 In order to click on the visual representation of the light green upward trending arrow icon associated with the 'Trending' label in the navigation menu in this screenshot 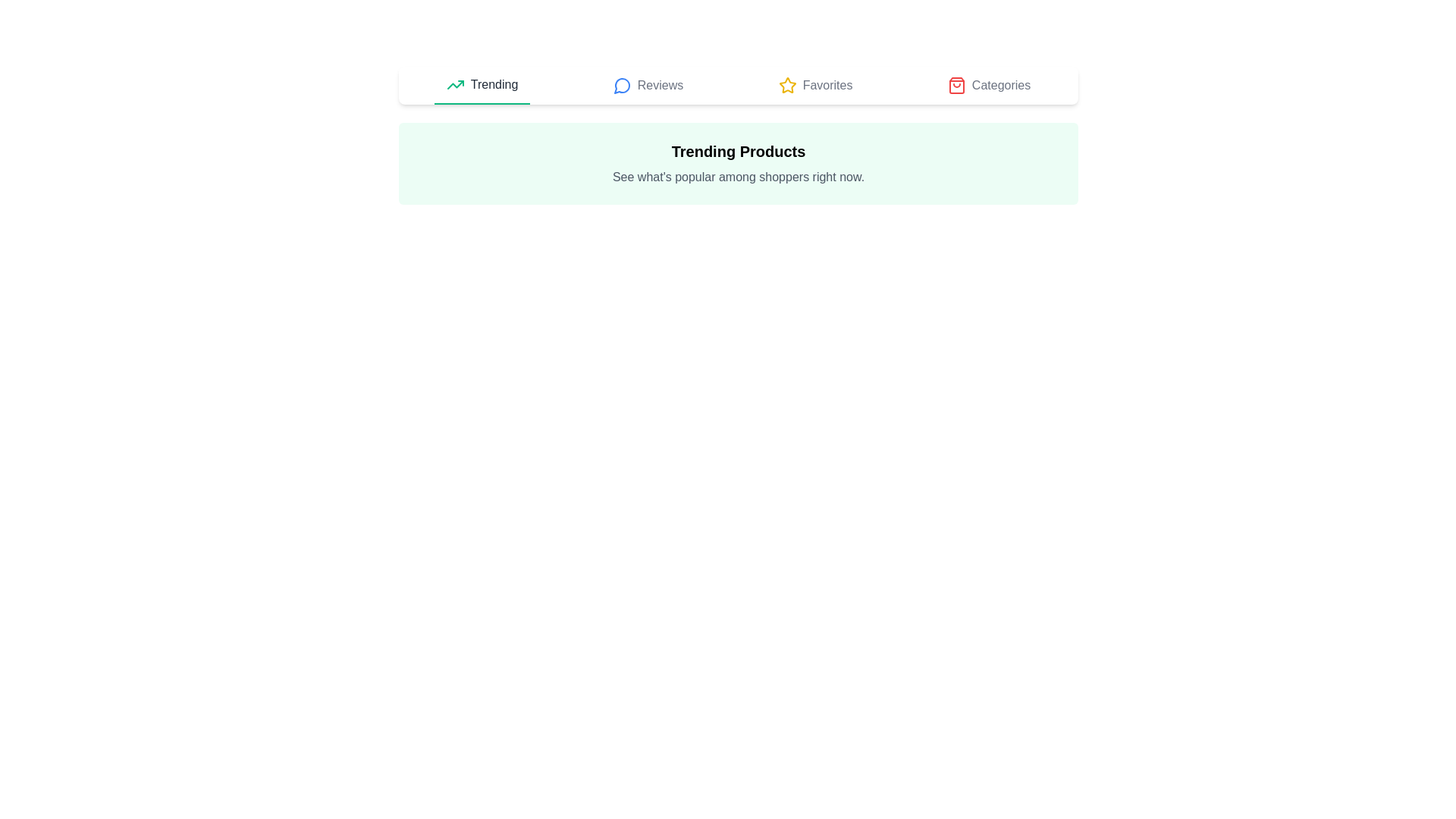, I will do `click(454, 84)`.